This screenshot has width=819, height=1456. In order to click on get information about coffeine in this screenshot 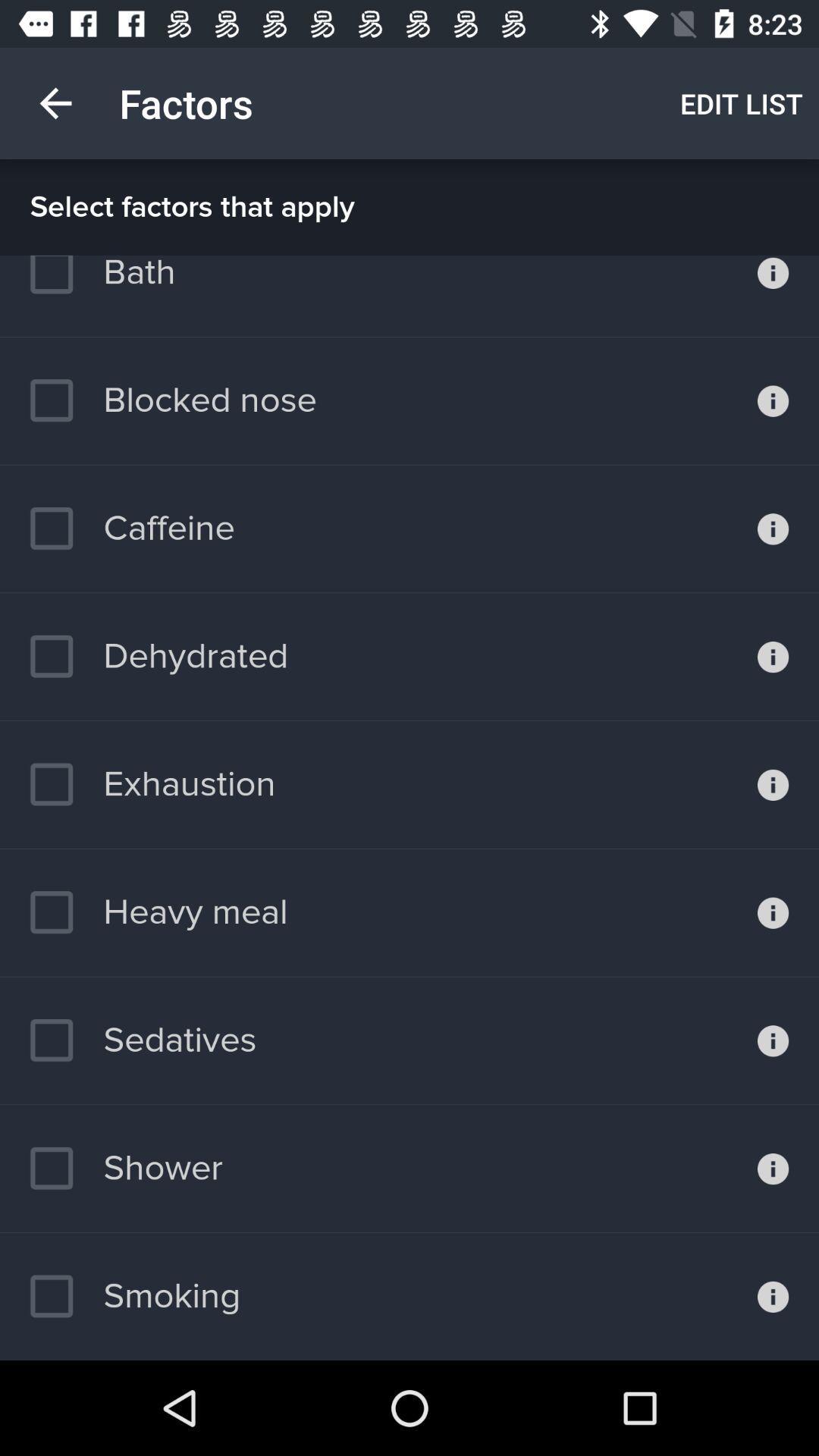, I will do `click(773, 529)`.